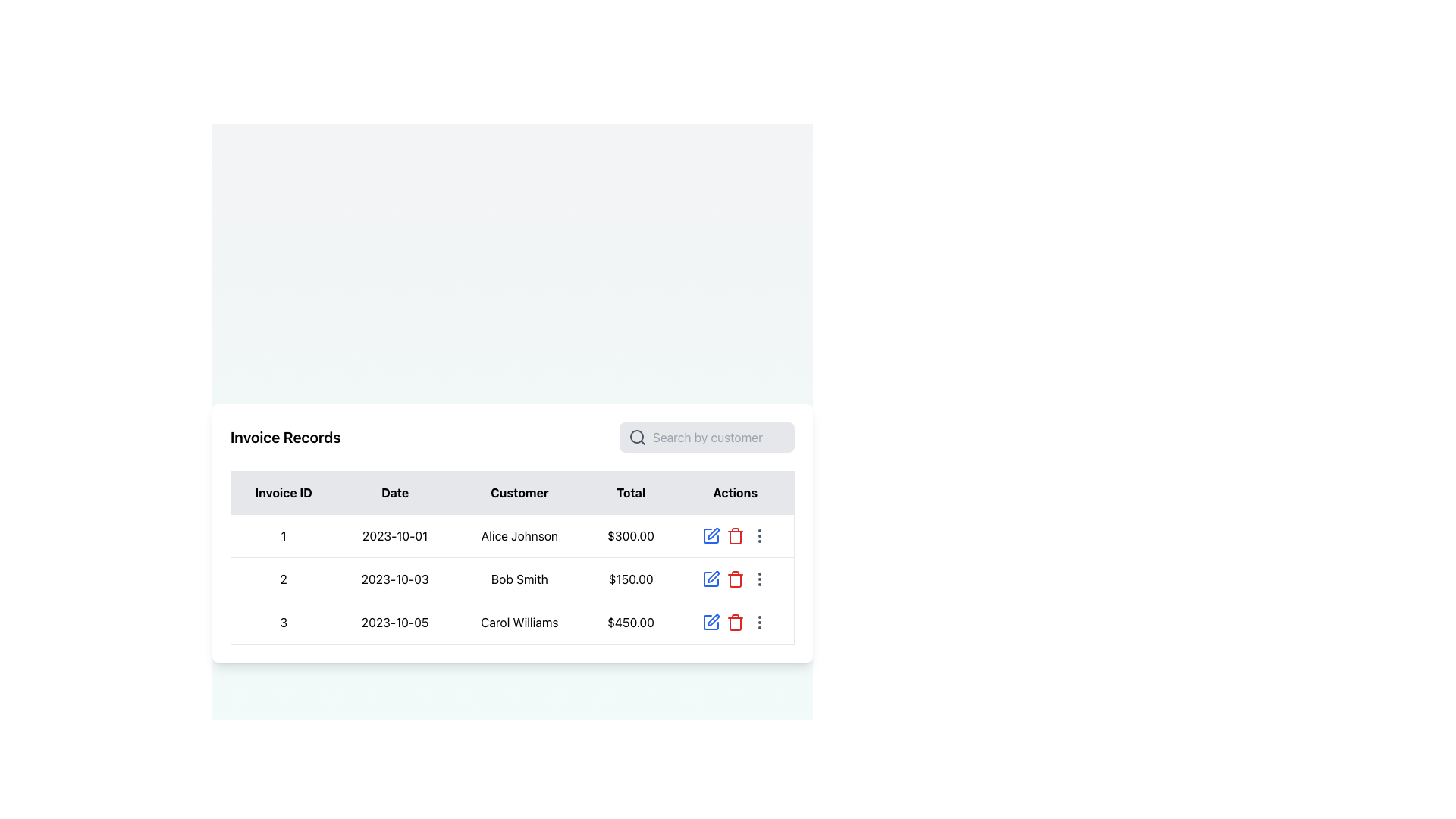 This screenshot has height=819, width=1456. Describe the element at coordinates (710, 535) in the screenshot. I see `the edit button located in the 'Actions' column of the first row in the table to observe hover effects` at that location.